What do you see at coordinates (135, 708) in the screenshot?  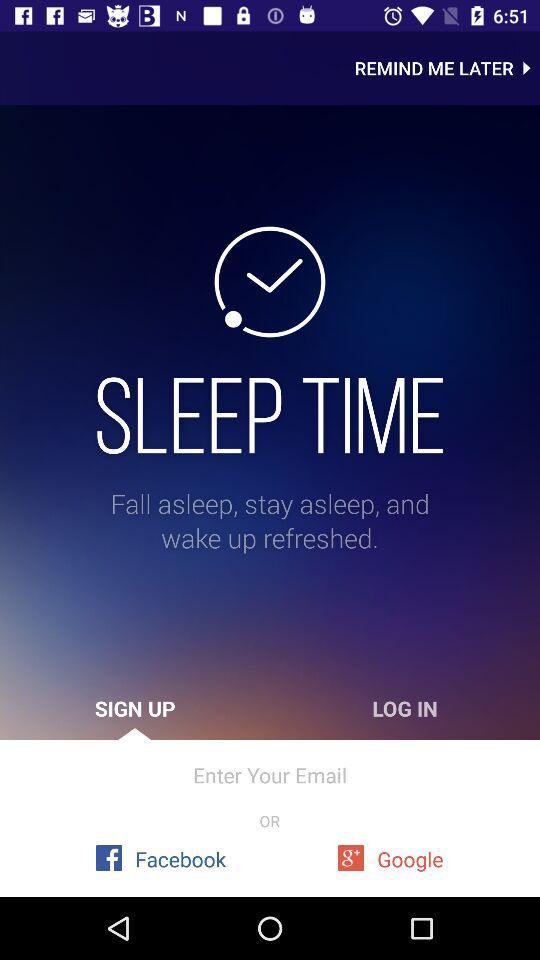 I see `icon to the left of log in` at bounding box center [135, 708].